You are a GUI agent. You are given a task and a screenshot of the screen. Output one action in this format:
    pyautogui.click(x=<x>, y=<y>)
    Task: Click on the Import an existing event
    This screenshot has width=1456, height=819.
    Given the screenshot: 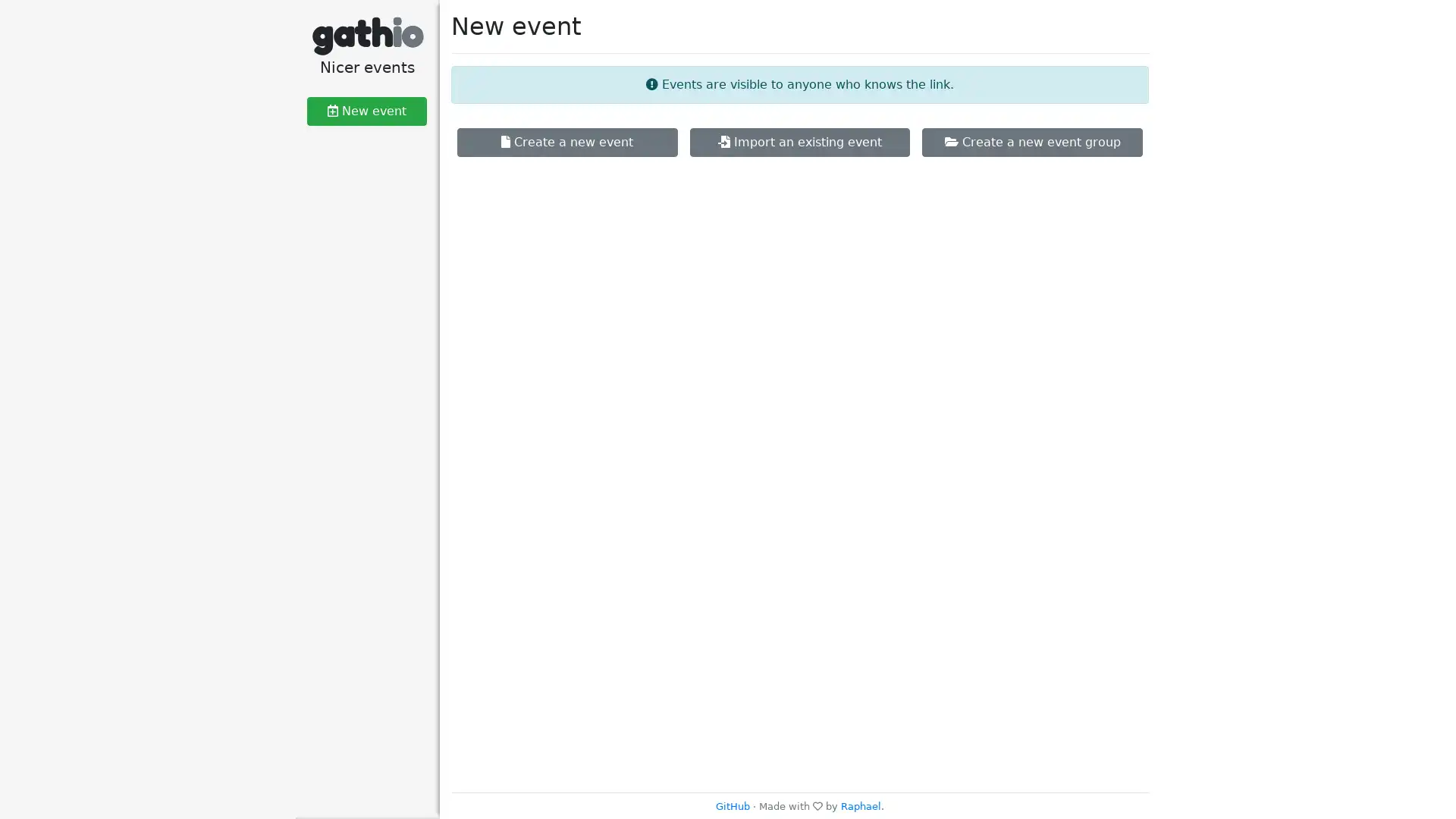 What is the action you would take?
    pyautogui.click(x=799, y=143)
    